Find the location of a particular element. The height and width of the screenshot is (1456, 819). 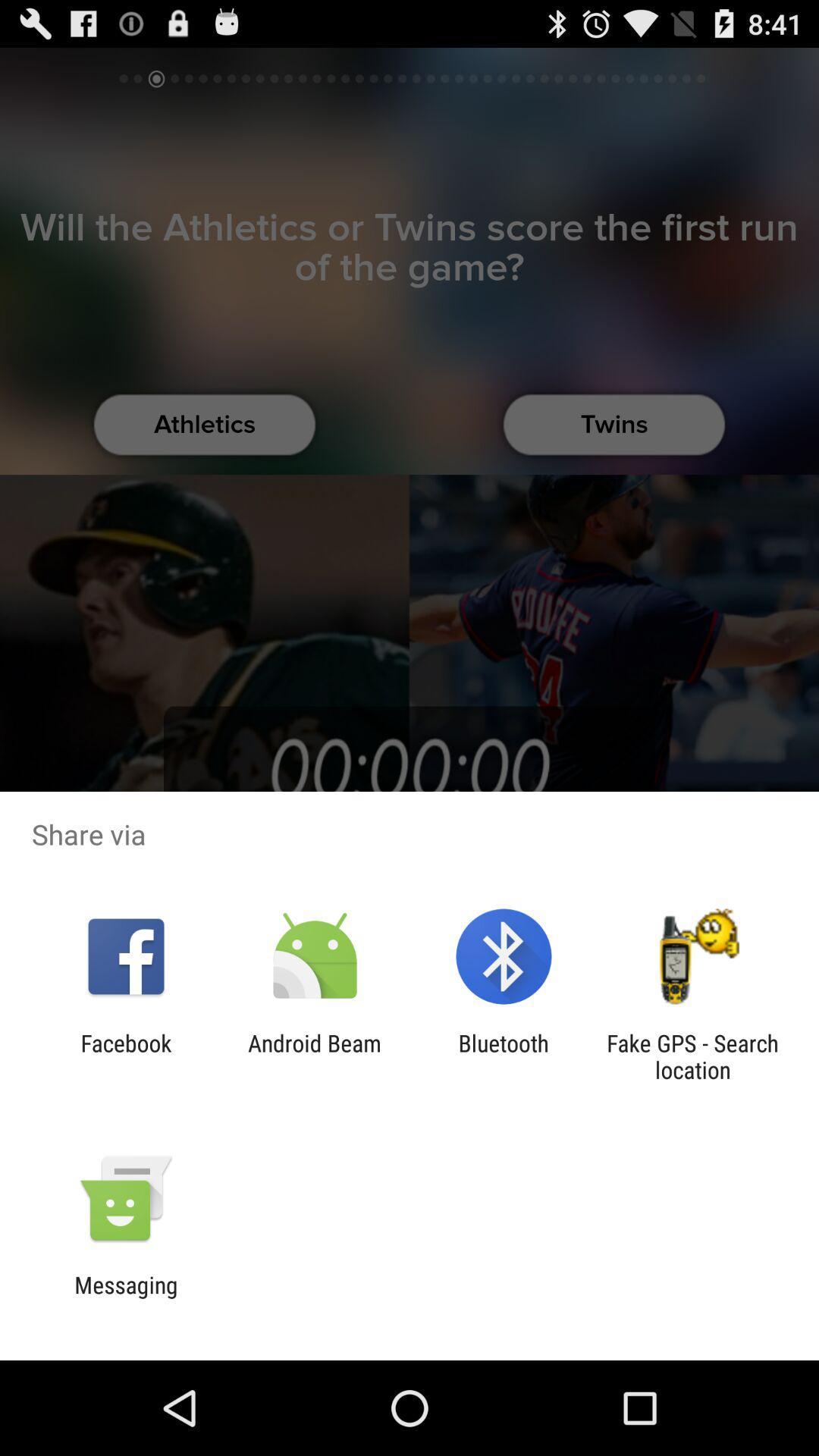

android beam is located at coordinates (314, 1056).